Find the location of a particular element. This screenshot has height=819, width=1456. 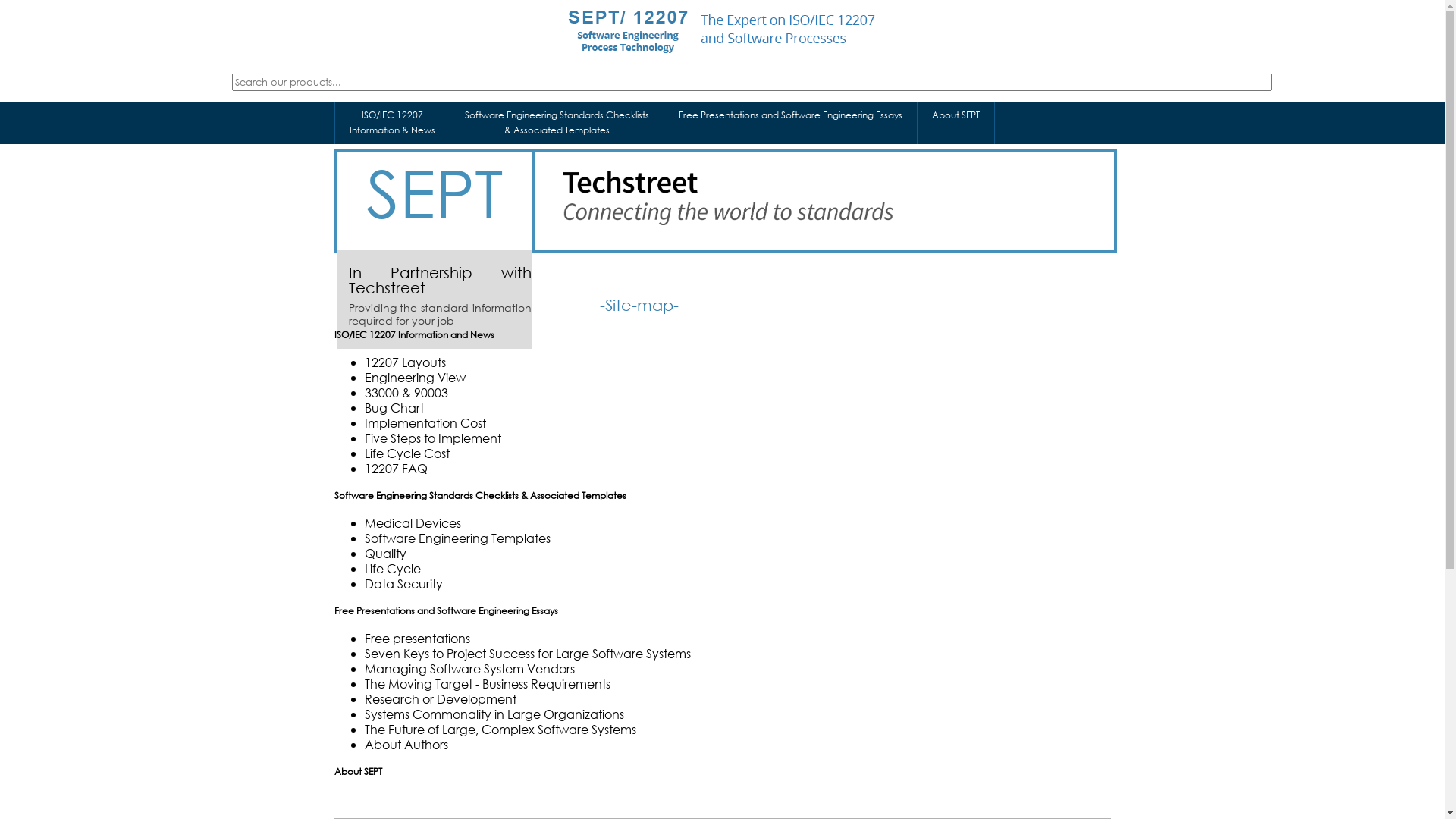

'ISO/IEC 12207 is located at coordinates (392, 122).